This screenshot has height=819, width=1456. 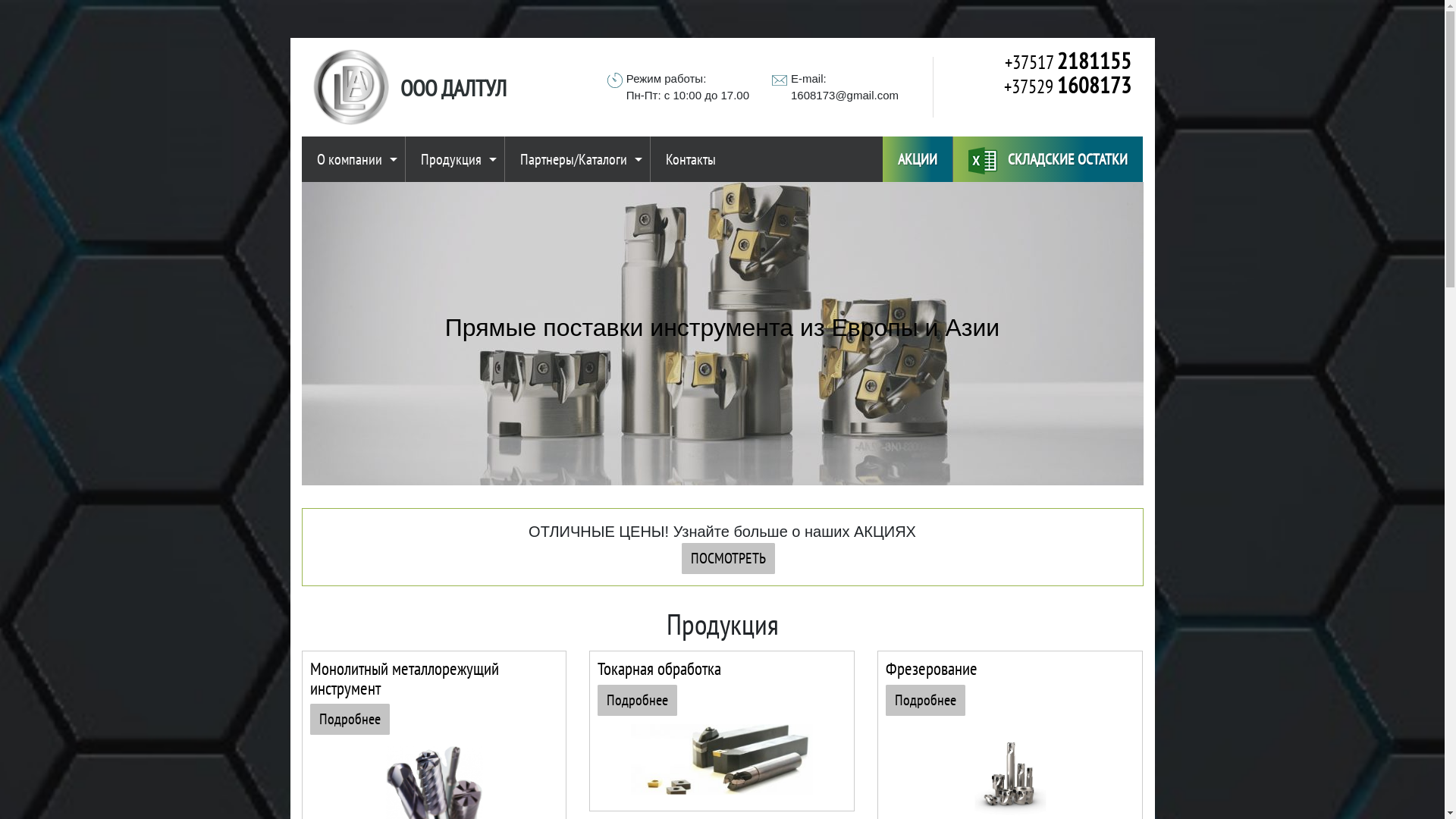 What do you see at coordinates (1037, 61) in the screenshot?
I see `'+37517 2181155'` at bounding box center [1037, 61].